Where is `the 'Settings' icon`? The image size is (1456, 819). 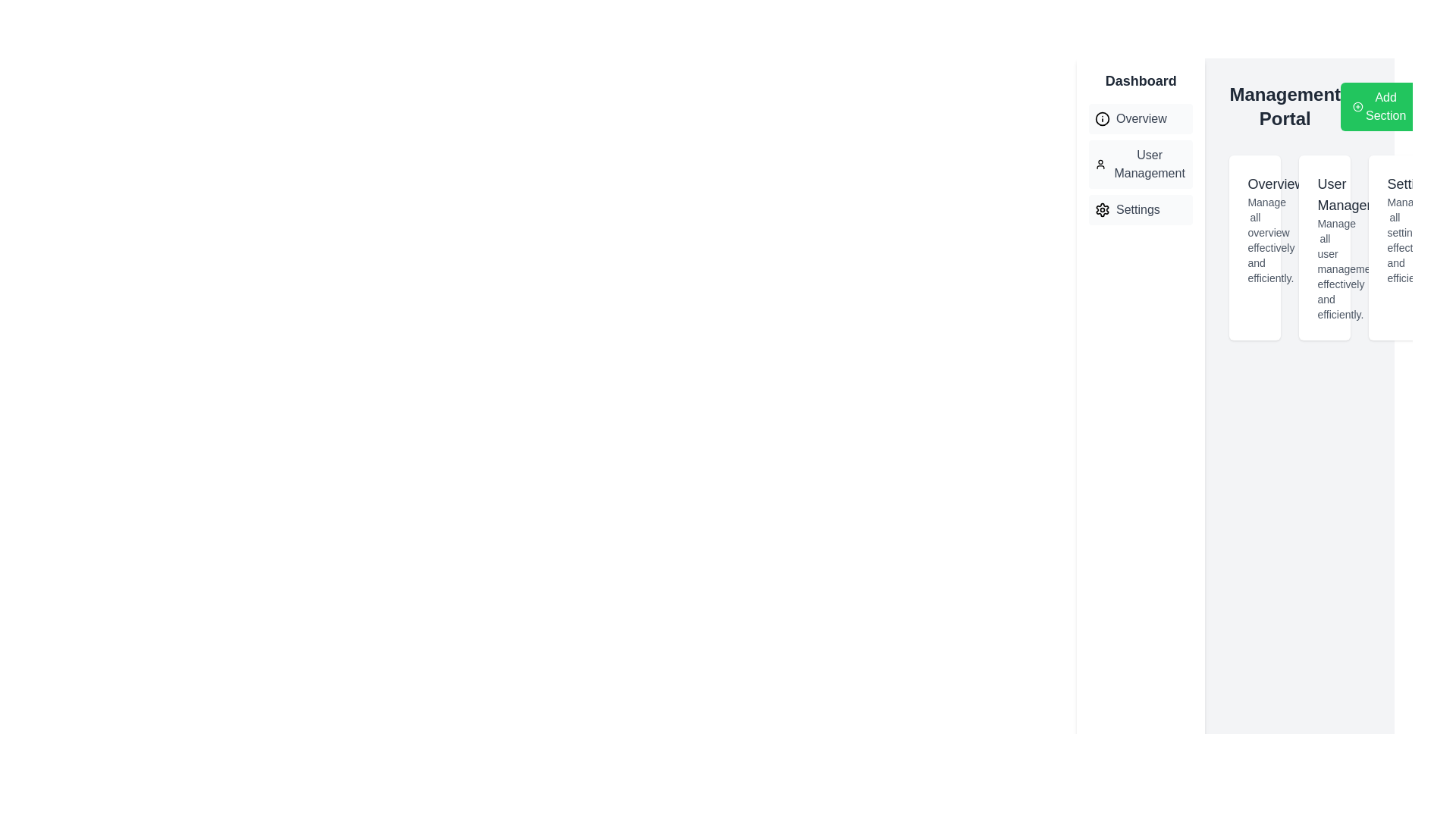 the 'Settings' icon is located at coordinates (1103, 210).